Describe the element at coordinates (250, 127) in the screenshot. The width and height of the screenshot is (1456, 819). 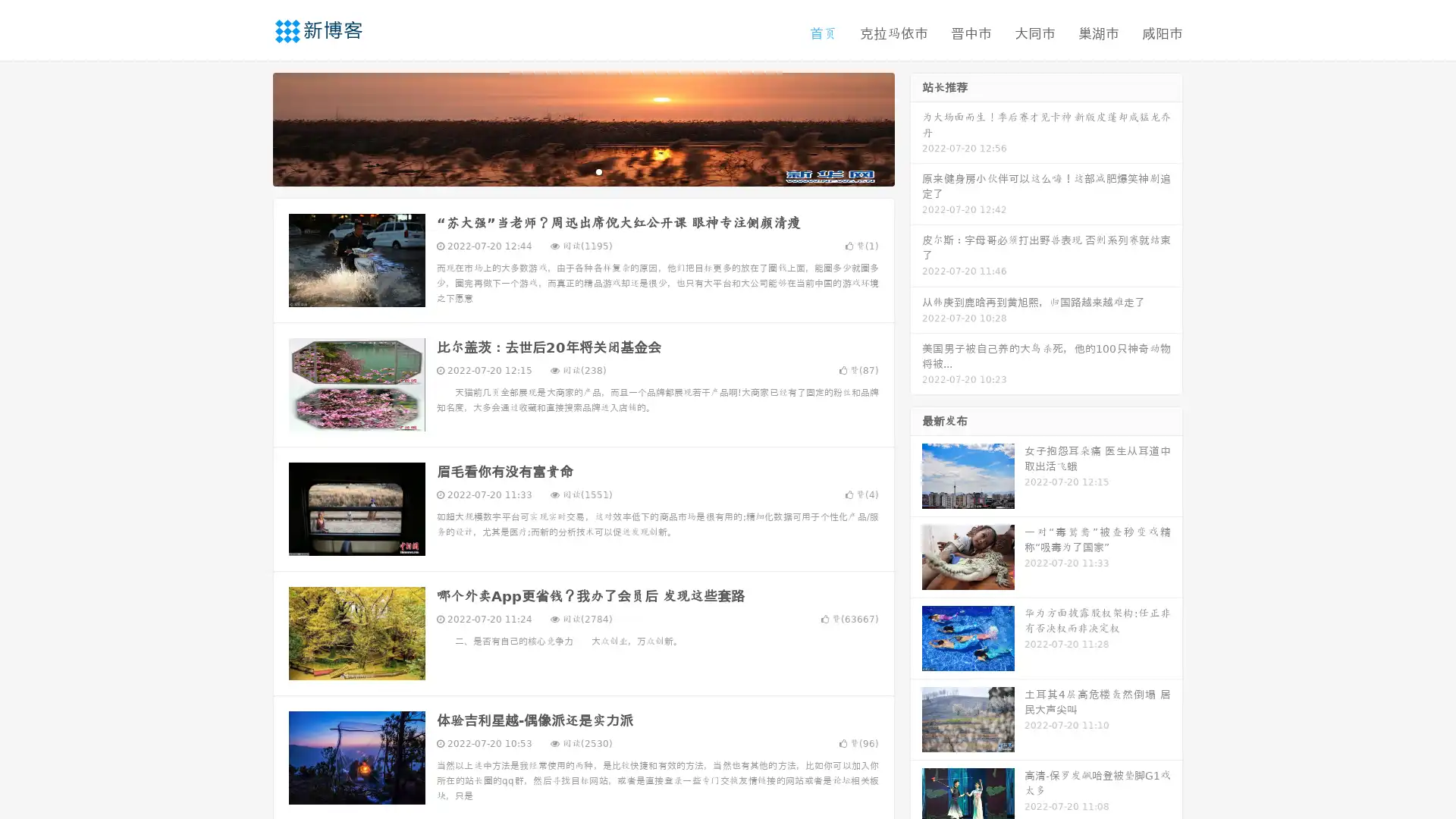
I see `Previous slide` at that location.